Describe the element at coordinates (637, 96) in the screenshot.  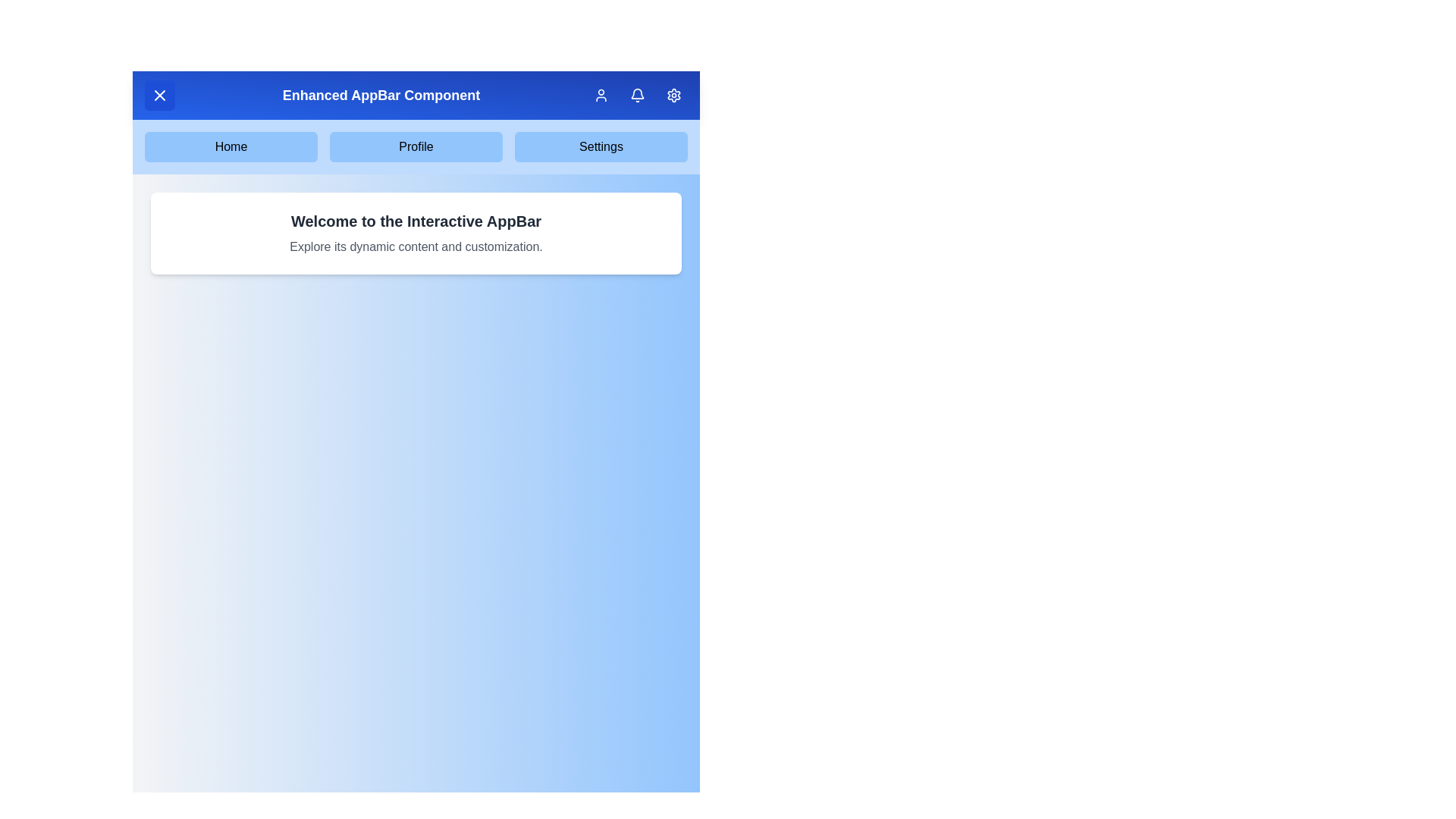
I see `the notification icon in the AppBar` at that location.